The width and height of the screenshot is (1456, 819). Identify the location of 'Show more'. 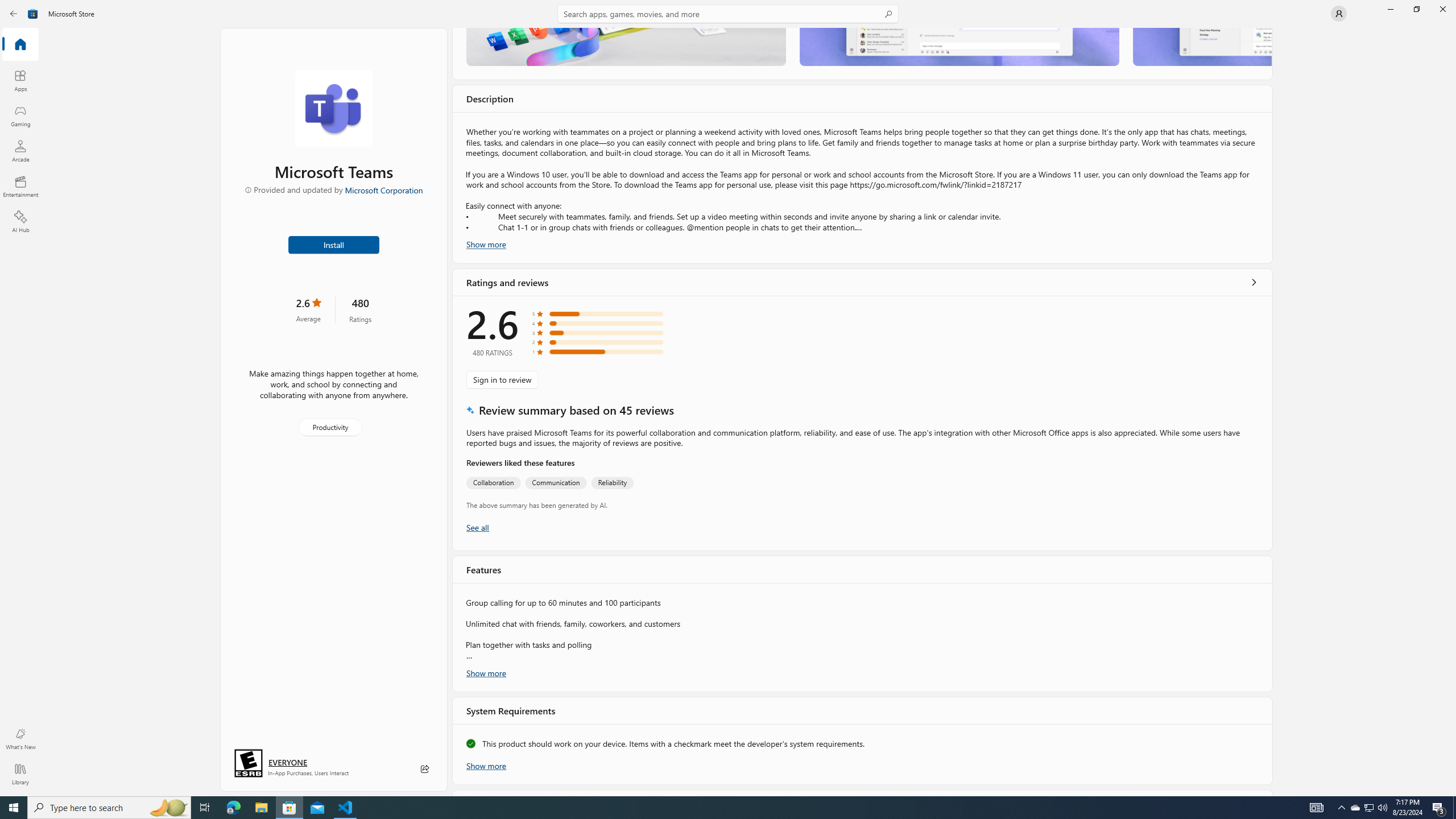
(485, 764).